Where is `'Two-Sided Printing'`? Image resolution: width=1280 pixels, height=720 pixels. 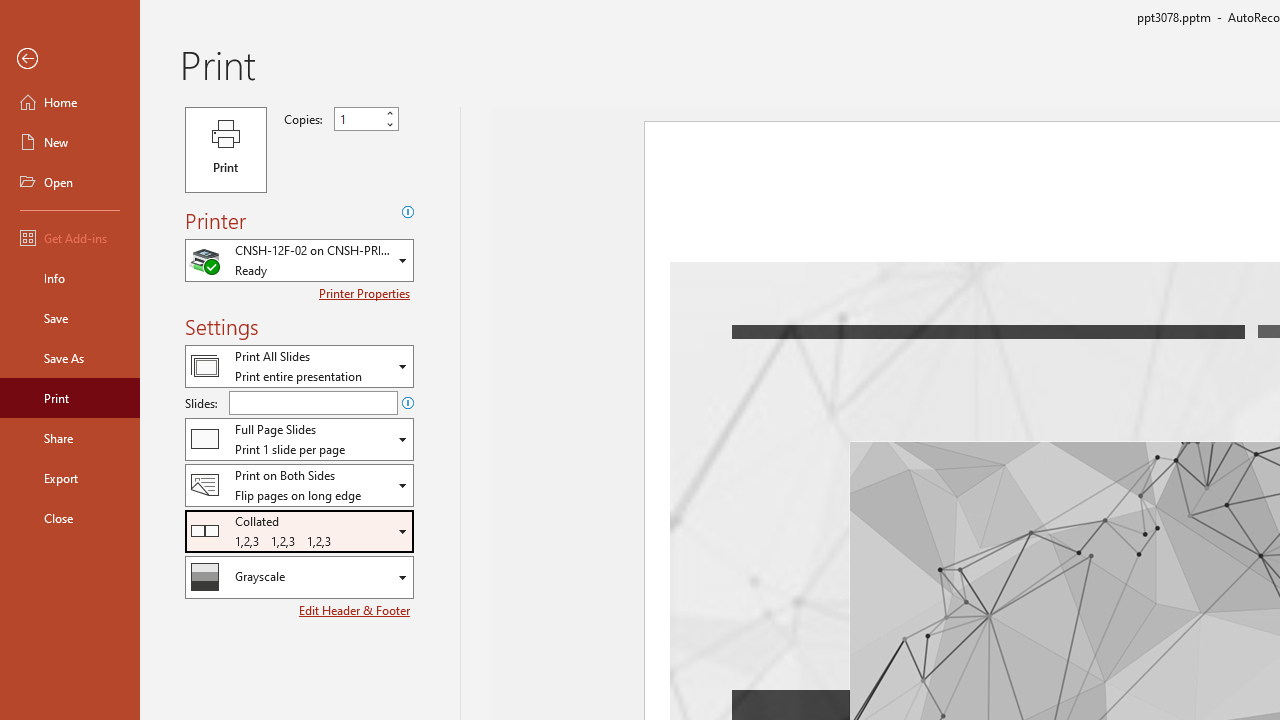
'Two-Sided Printing' is located at coordinates (298, 485).